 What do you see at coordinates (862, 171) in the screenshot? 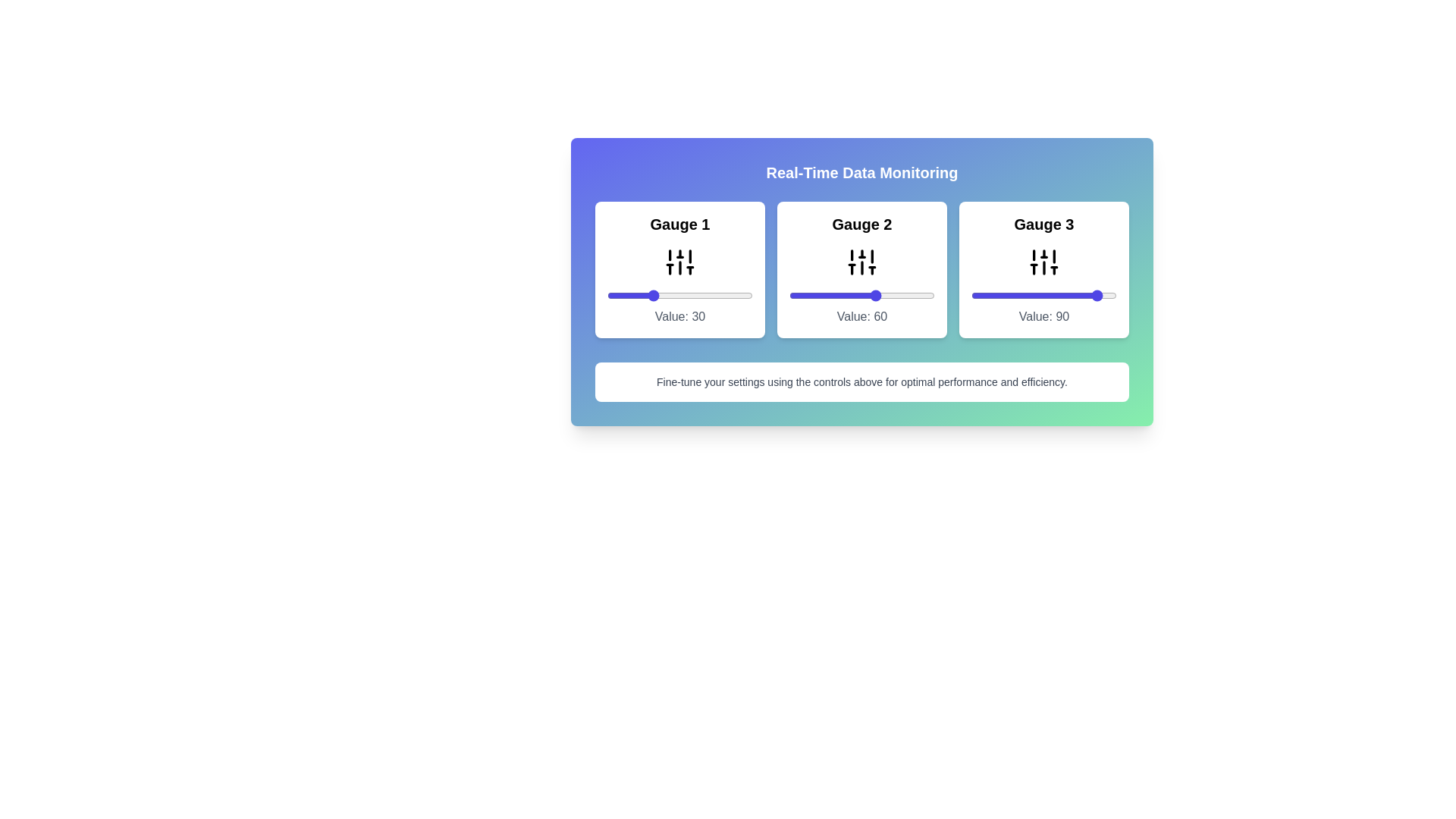
I see `the header element that serves as a title for the section, located at the top inside a box with a gradient background, centered above three gauges` at bounding box center [862, 171].